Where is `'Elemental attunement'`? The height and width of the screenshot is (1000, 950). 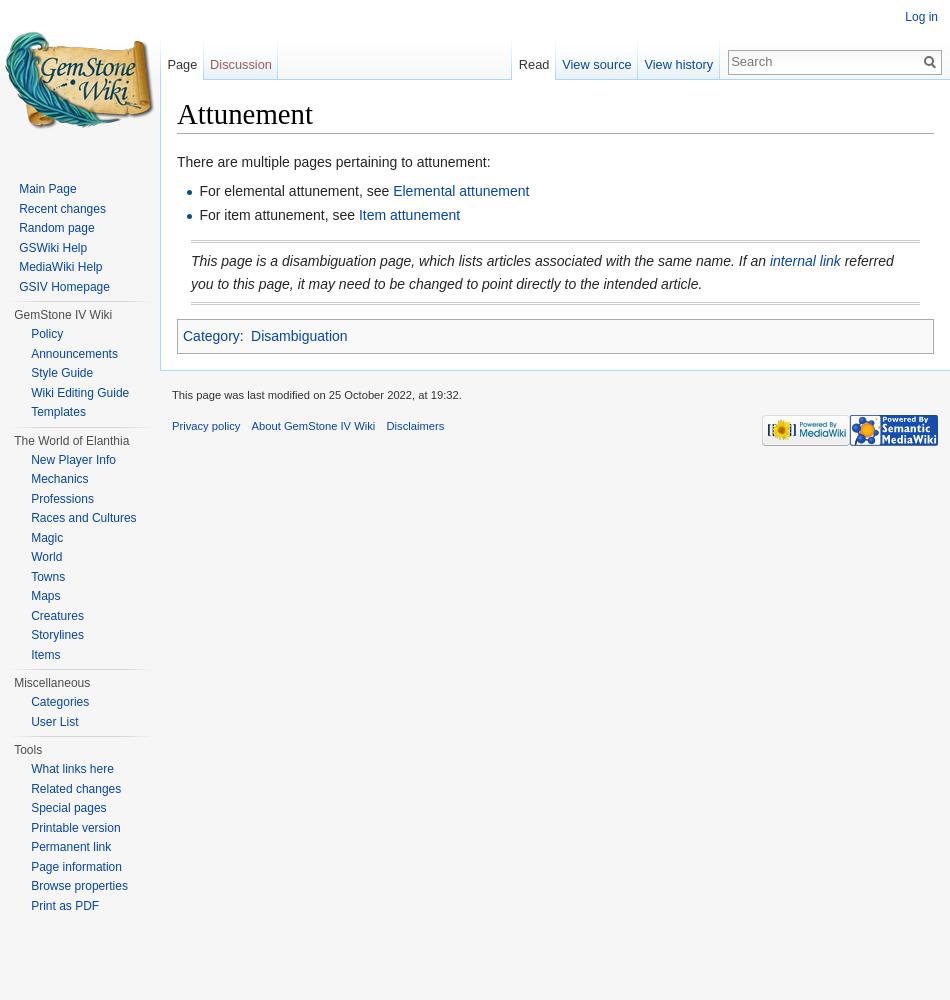 'Elemental attunement' is located at coordinates (460, 190).